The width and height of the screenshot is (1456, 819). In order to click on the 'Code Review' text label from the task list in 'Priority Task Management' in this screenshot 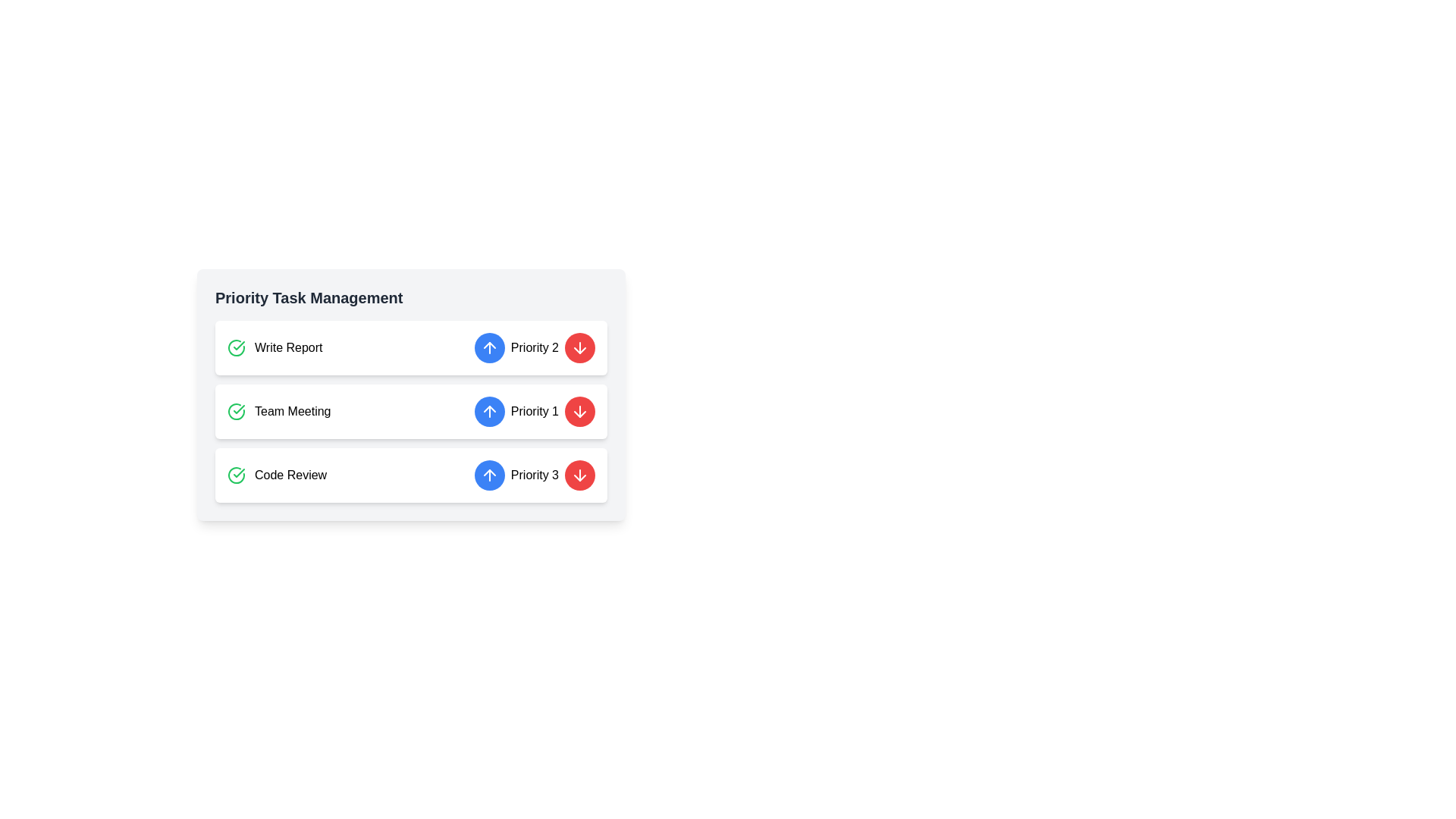, I will do `click(290, 475)`.